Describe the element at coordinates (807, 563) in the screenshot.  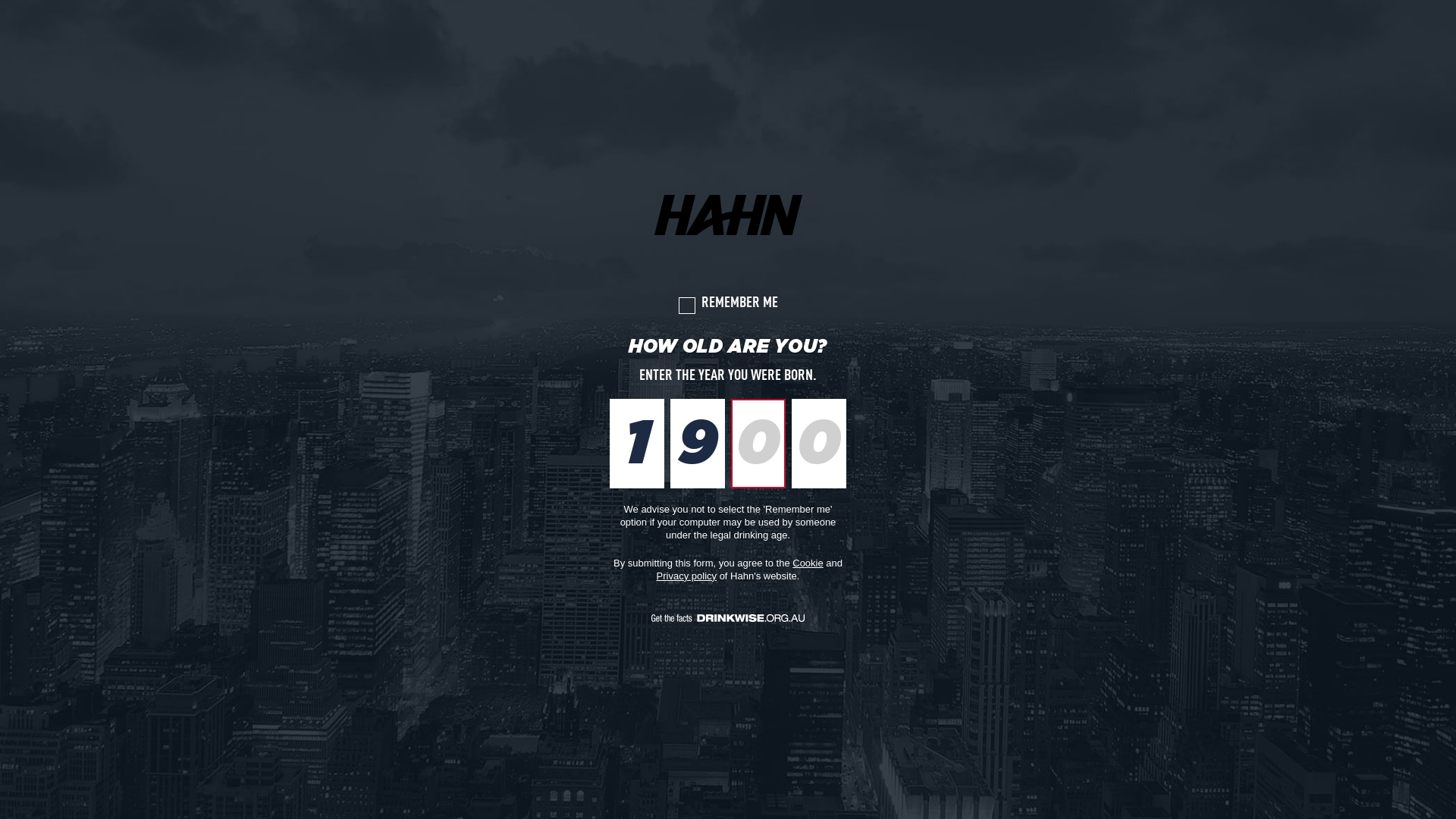
I see `'Cookie'` at that location.